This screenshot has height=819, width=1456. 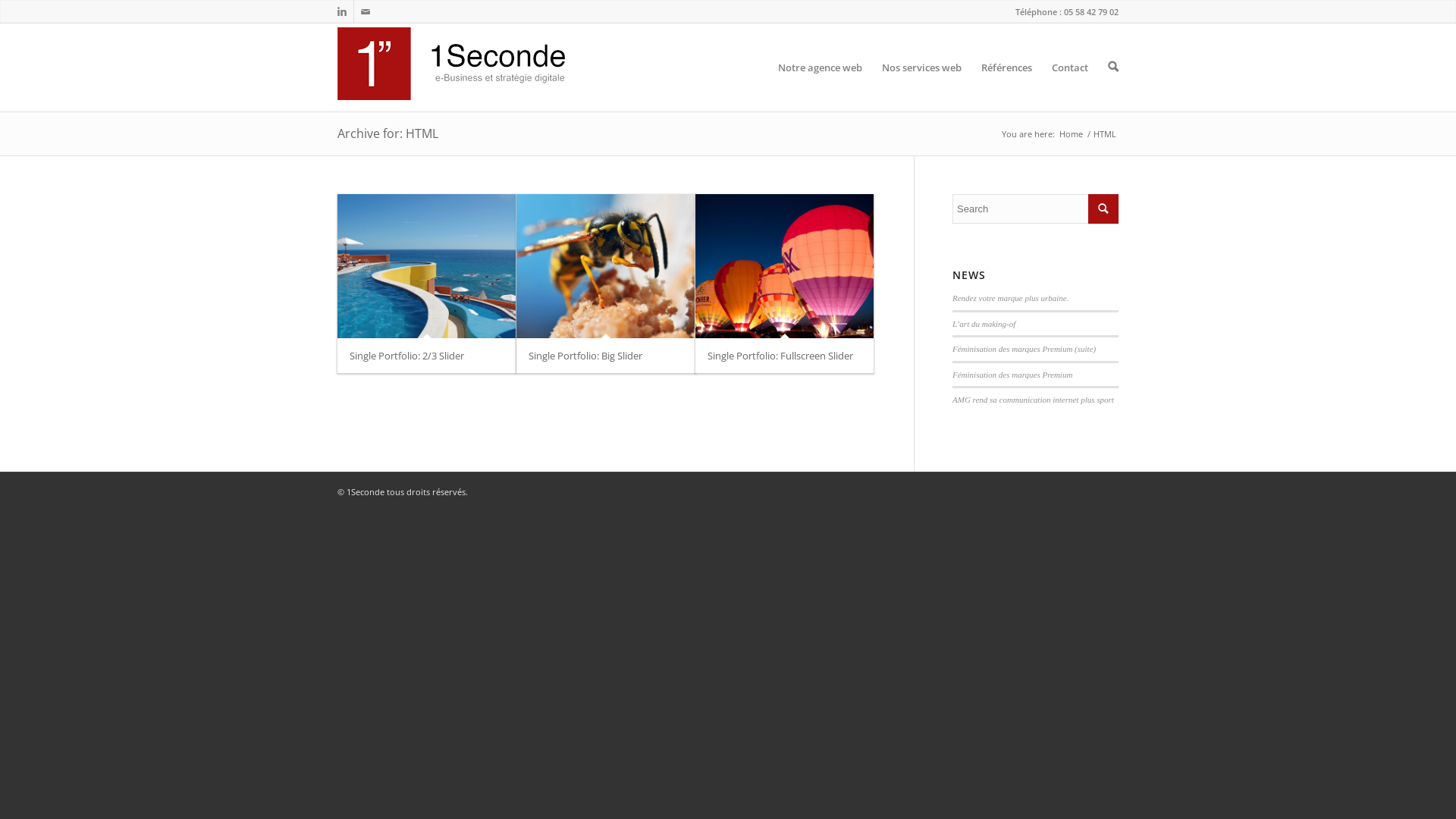 I want to click on 'Single Portfolio: 2/3 Slider', so click(x=348, y=356).